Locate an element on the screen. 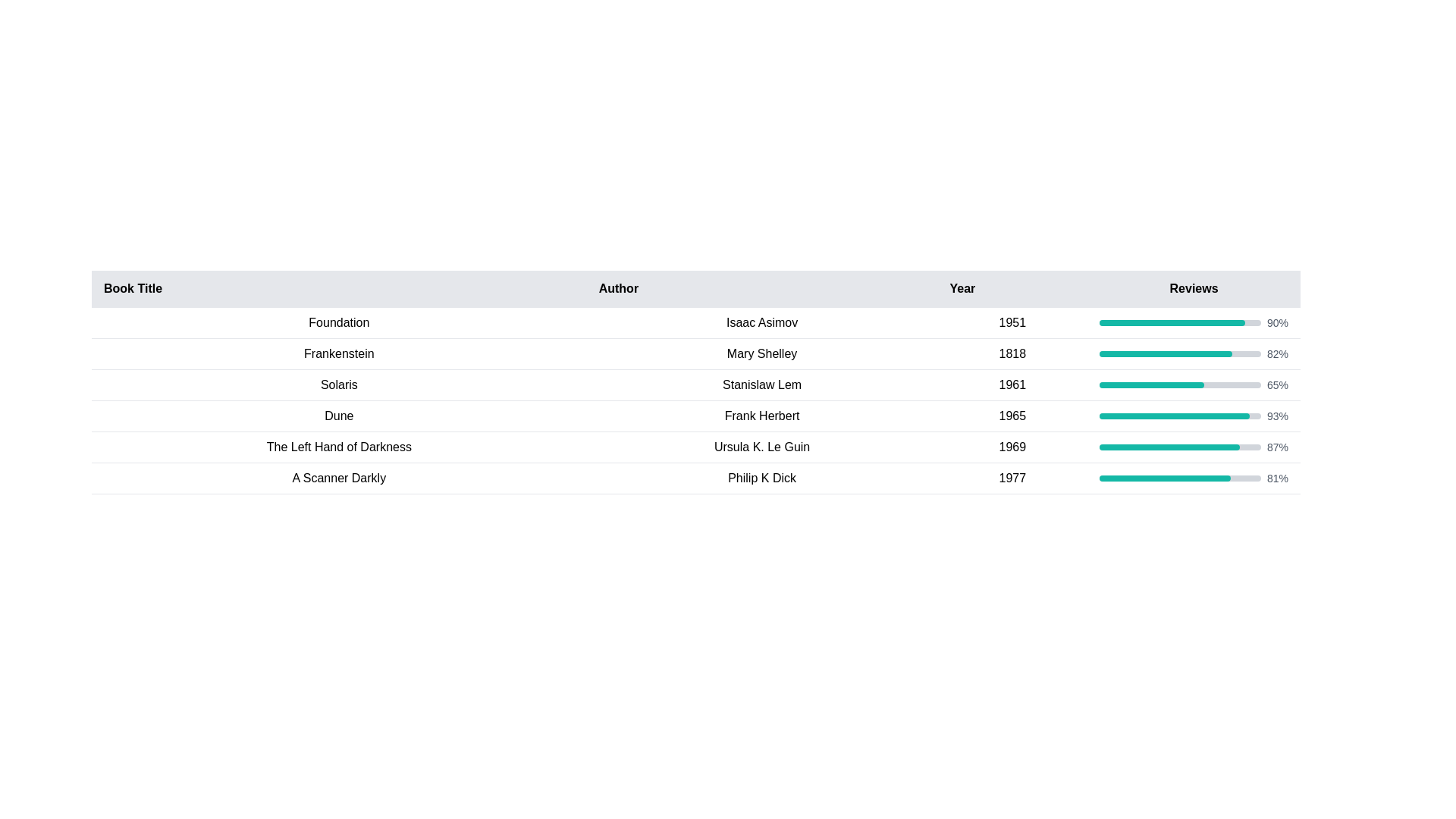 The width and height of the screenshot is (1456, 819). to select the second row of the table that presents detailed information about the book 'Frankenstein', highlighting its title, author, publication year, and review score is located at coordinates (695, 353).